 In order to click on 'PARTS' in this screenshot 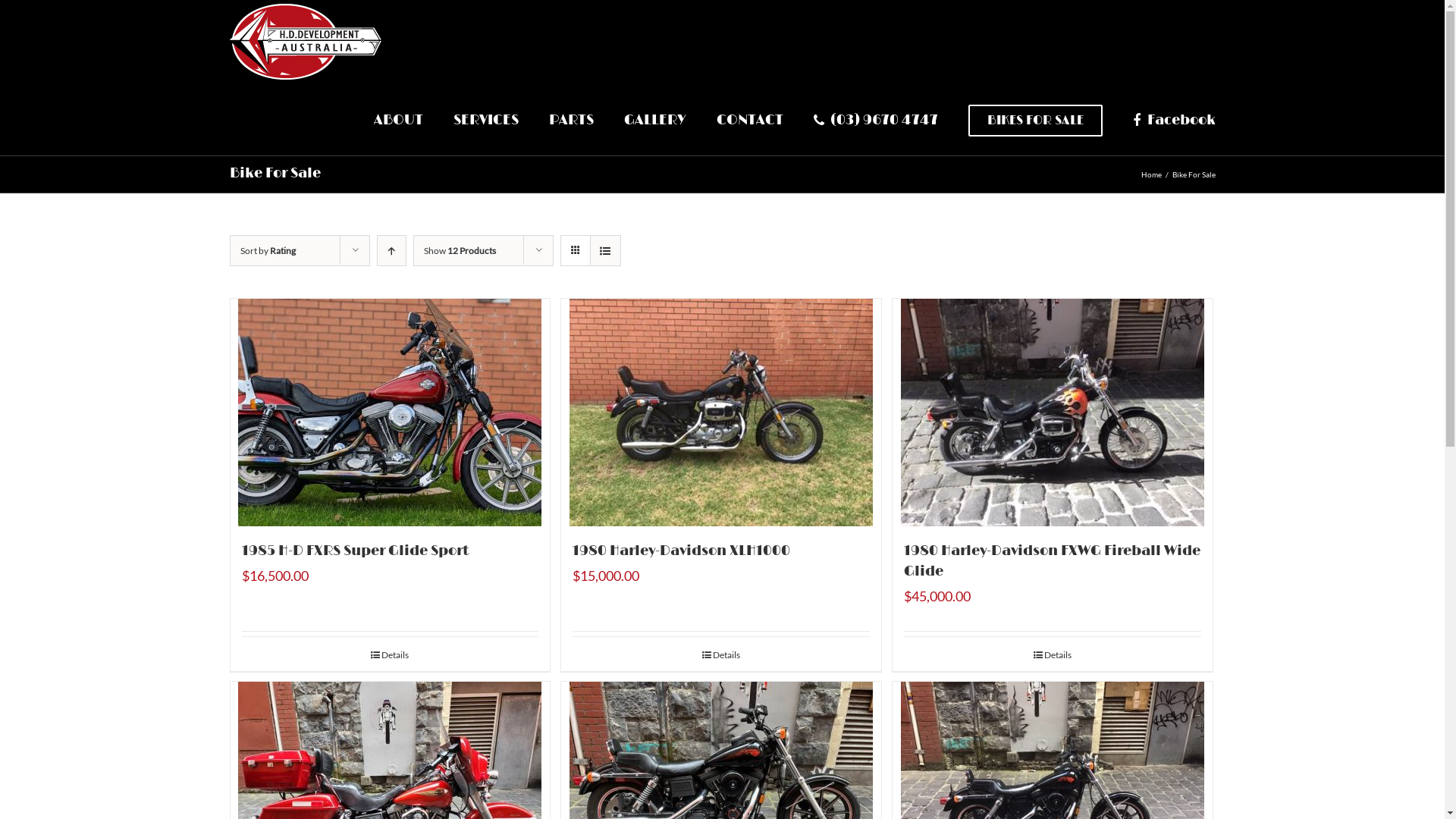, I will do `click(570, 118)`.